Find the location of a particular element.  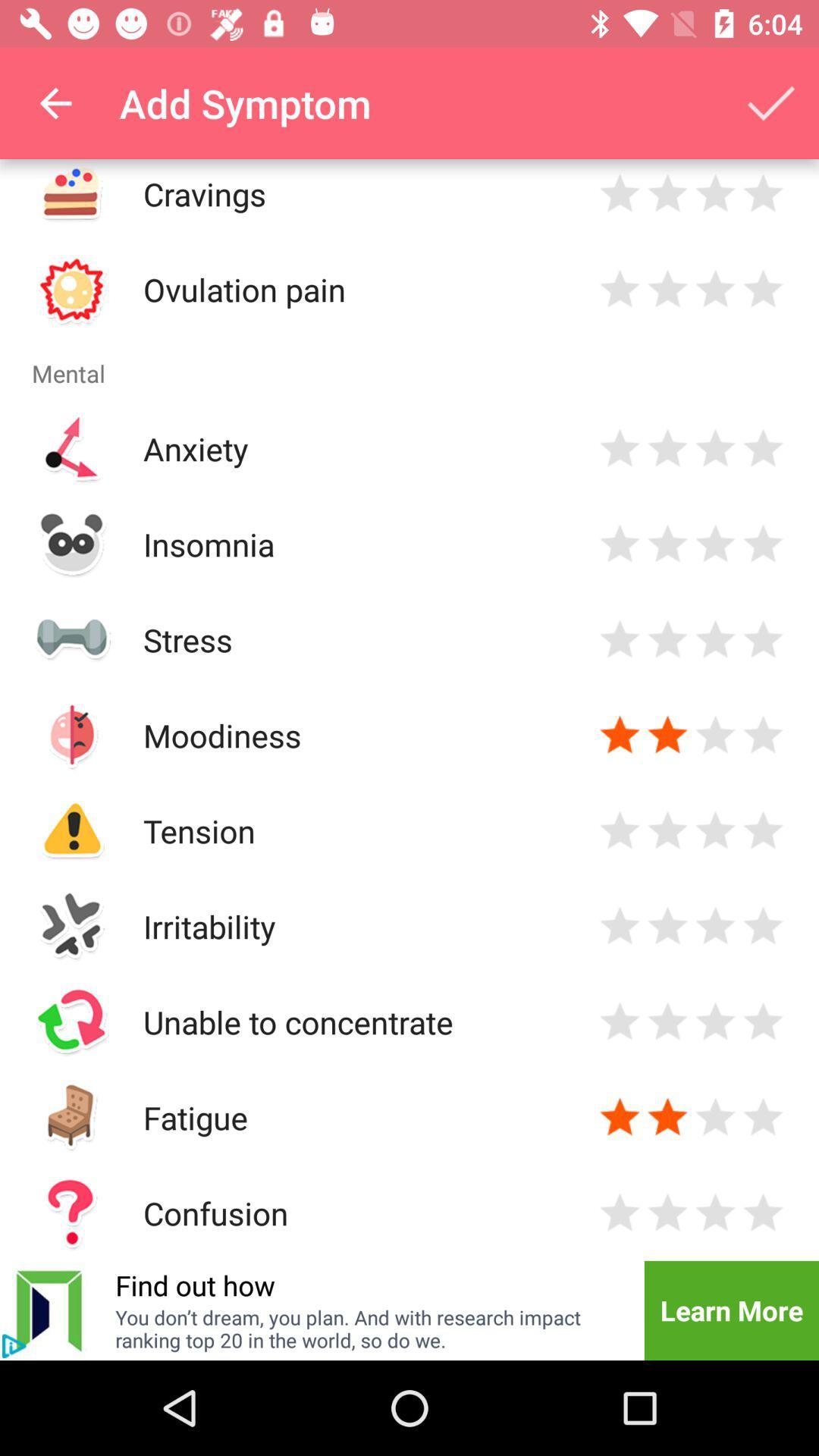

leave 2 star review is located at coordinates (667, 289).